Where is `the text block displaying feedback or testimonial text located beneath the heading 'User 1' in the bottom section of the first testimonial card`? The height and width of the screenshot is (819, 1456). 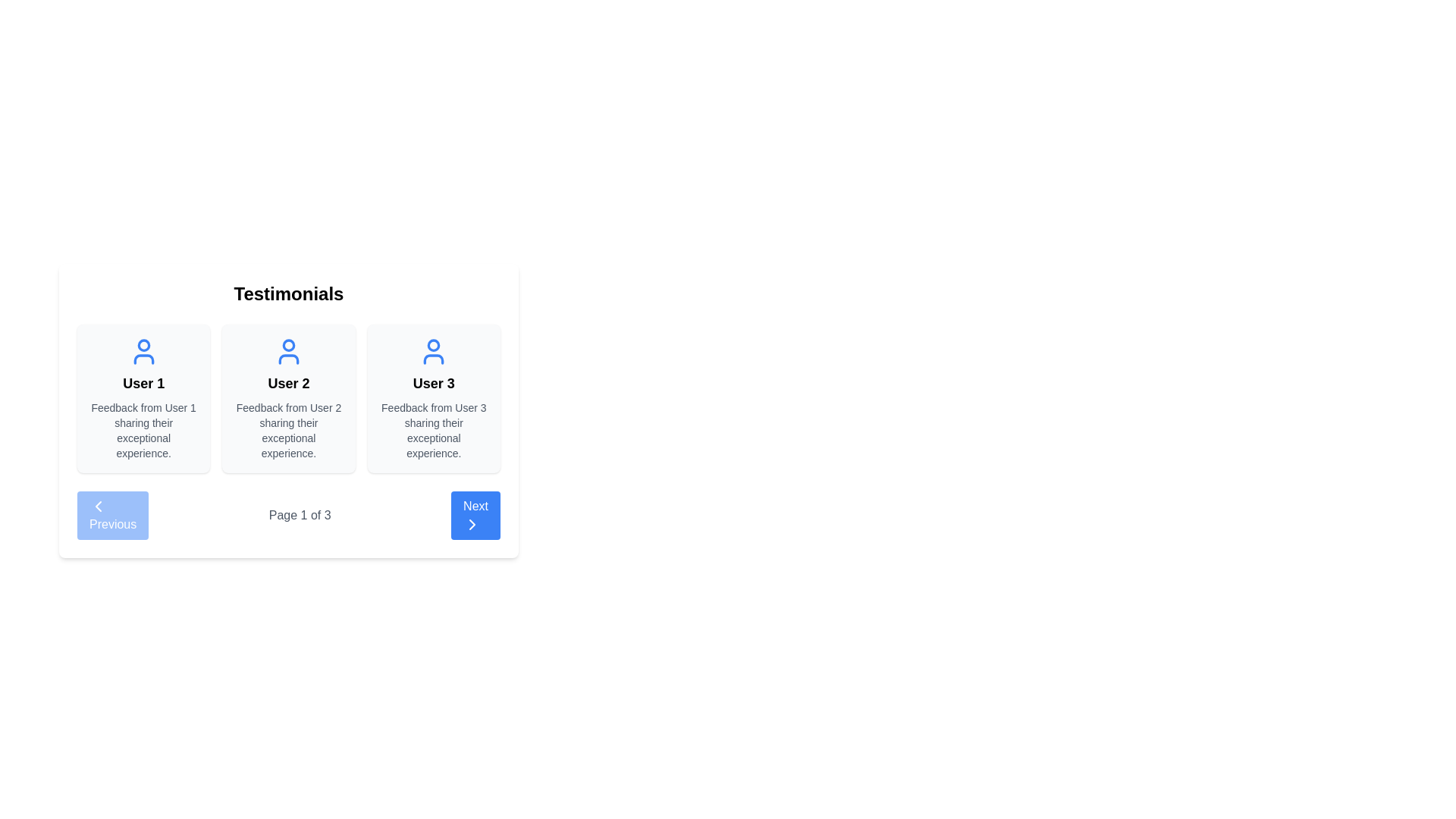 the text block displaying feedback or testimonial text located beneath the heading 'User 1' in the bottom section of the first testimonial card is located at coordinates (143, 430).